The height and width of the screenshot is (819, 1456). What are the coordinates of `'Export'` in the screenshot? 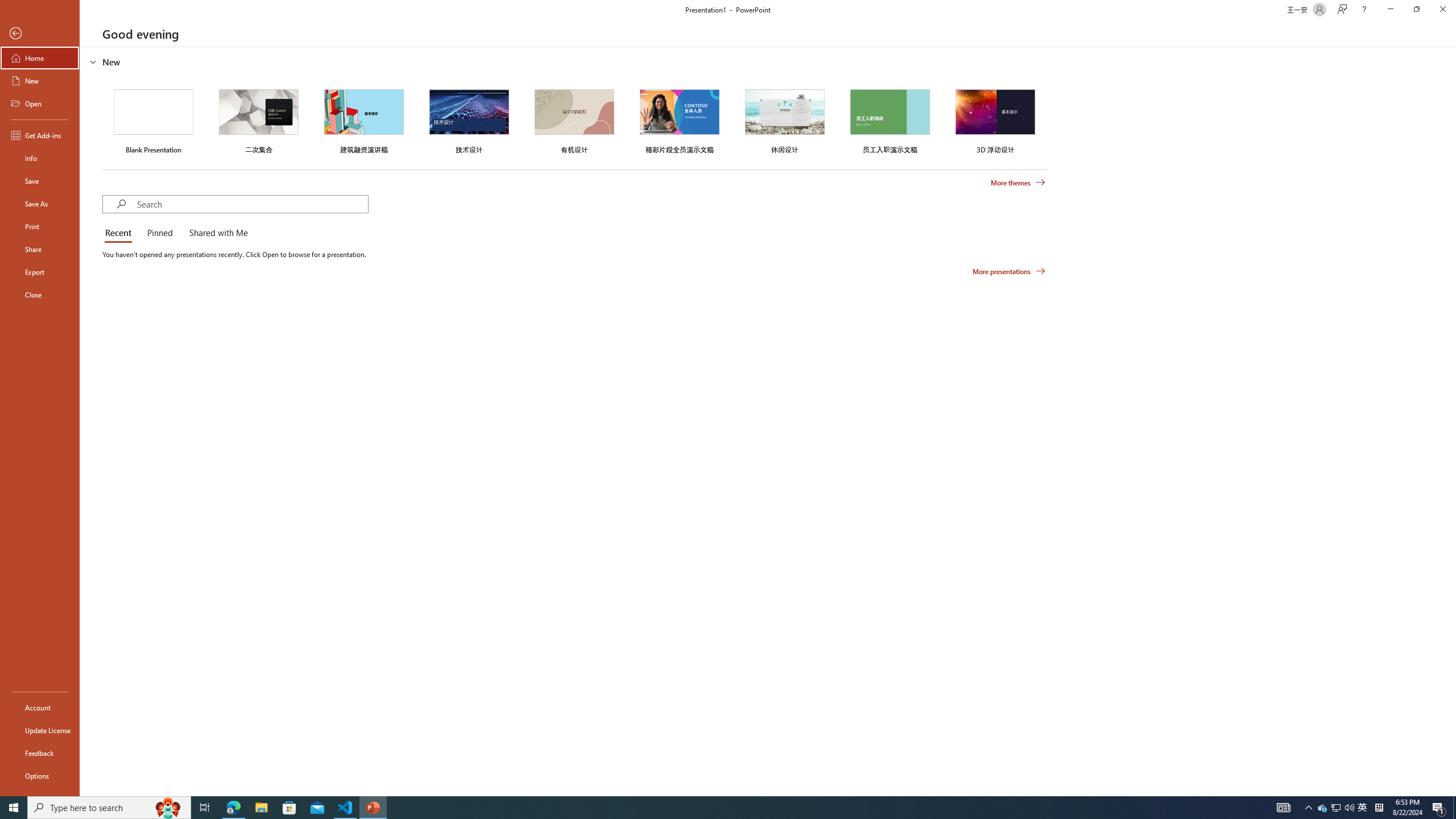 It's located at (39, 272).